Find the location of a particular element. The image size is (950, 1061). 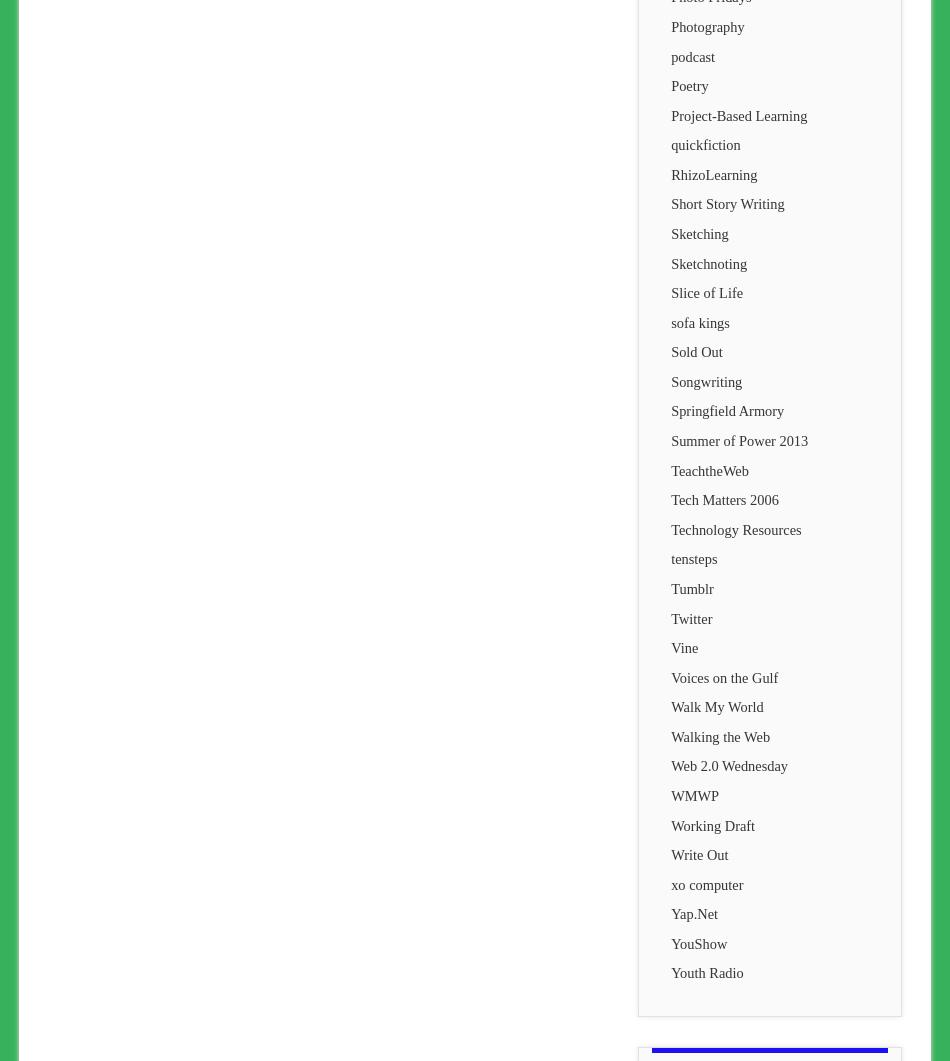

'Slice of Life' is located at coordinates (706, 292).